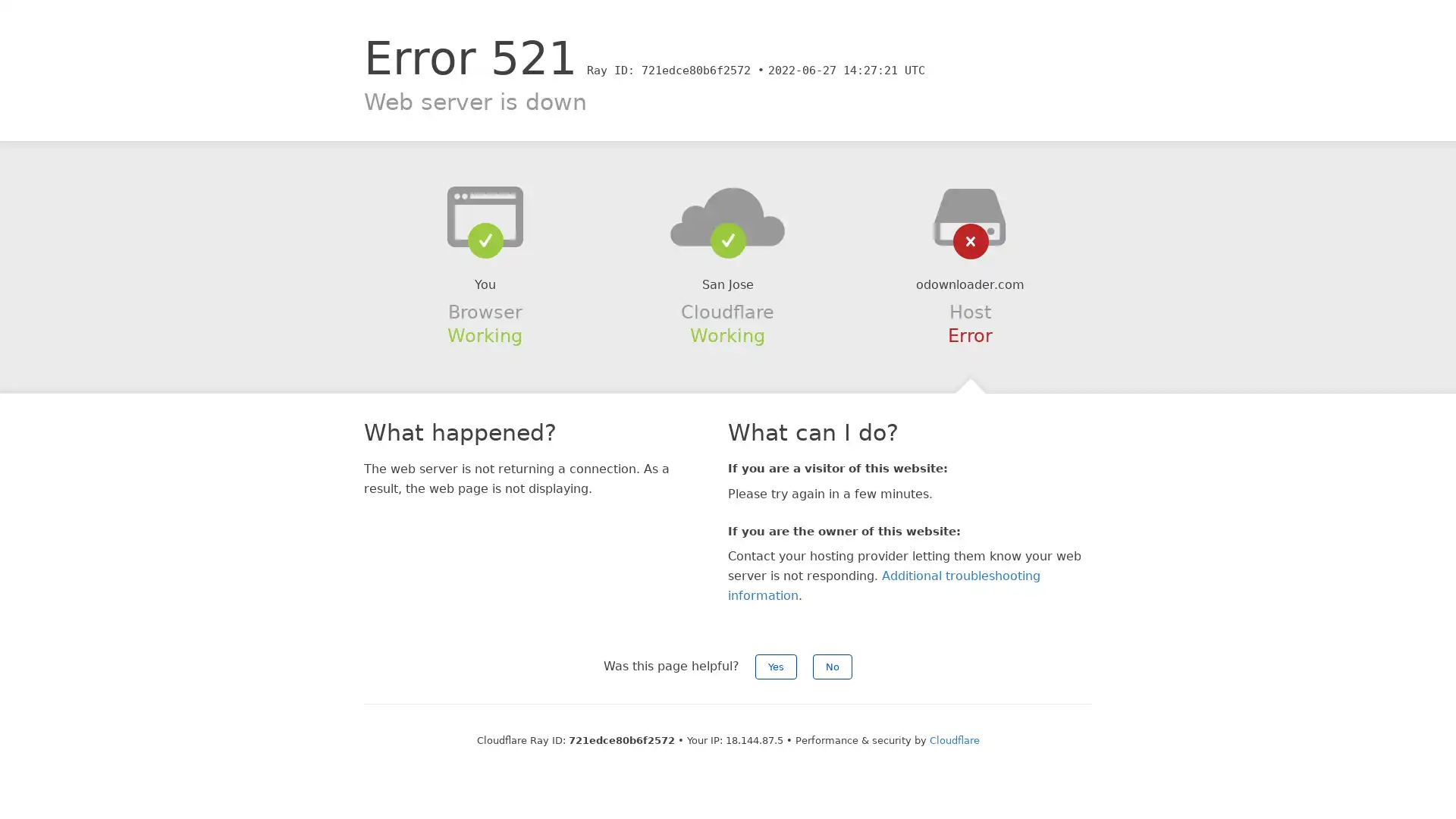 This screenshot has height=819, width=1456. Describe the element at coordinates (776, 666) in the screenshot. I see `Yes` at that location.